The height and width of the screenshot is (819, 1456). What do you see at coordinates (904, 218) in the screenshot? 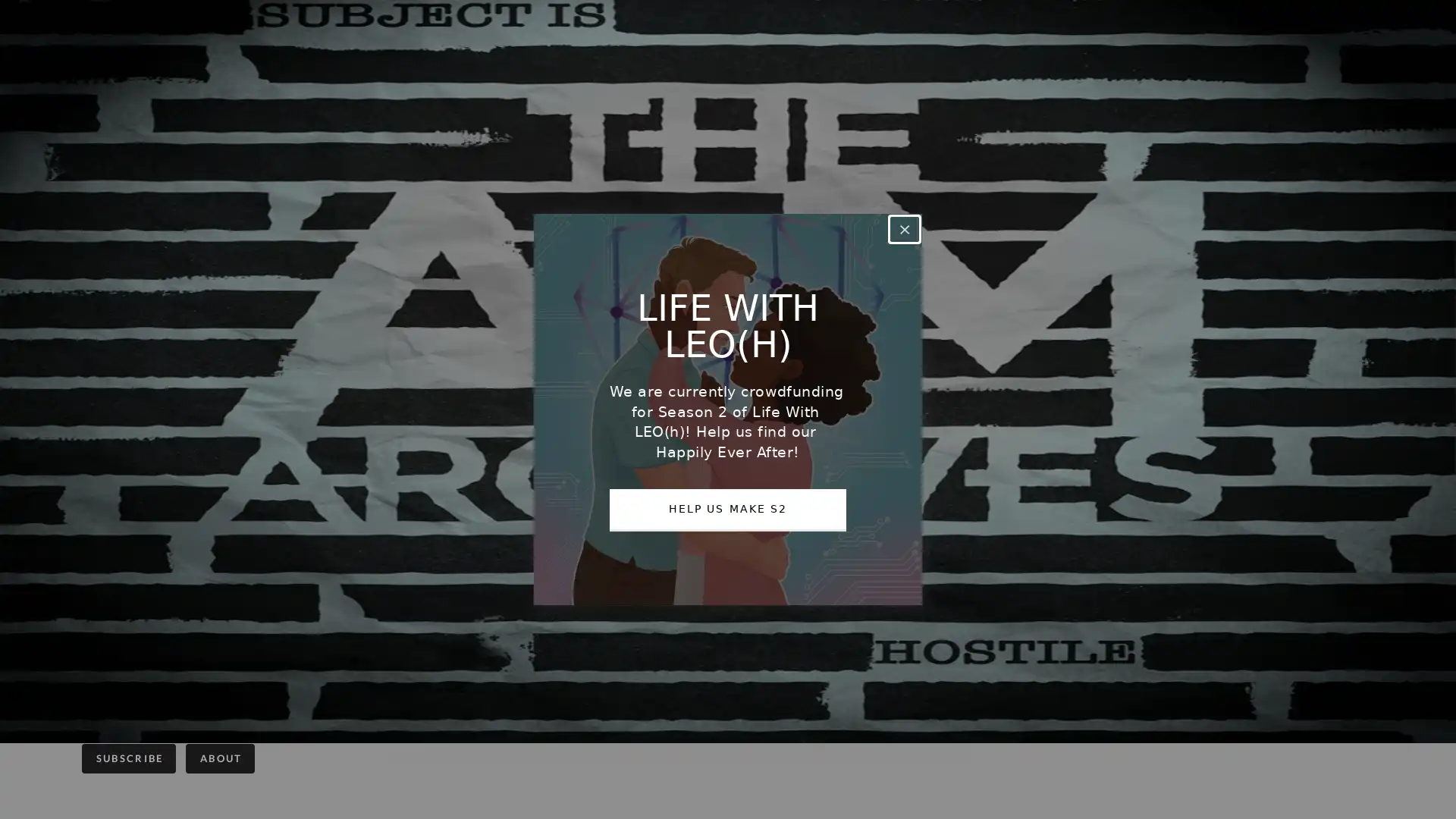
I see `Close` at bounding box center [904, 218].